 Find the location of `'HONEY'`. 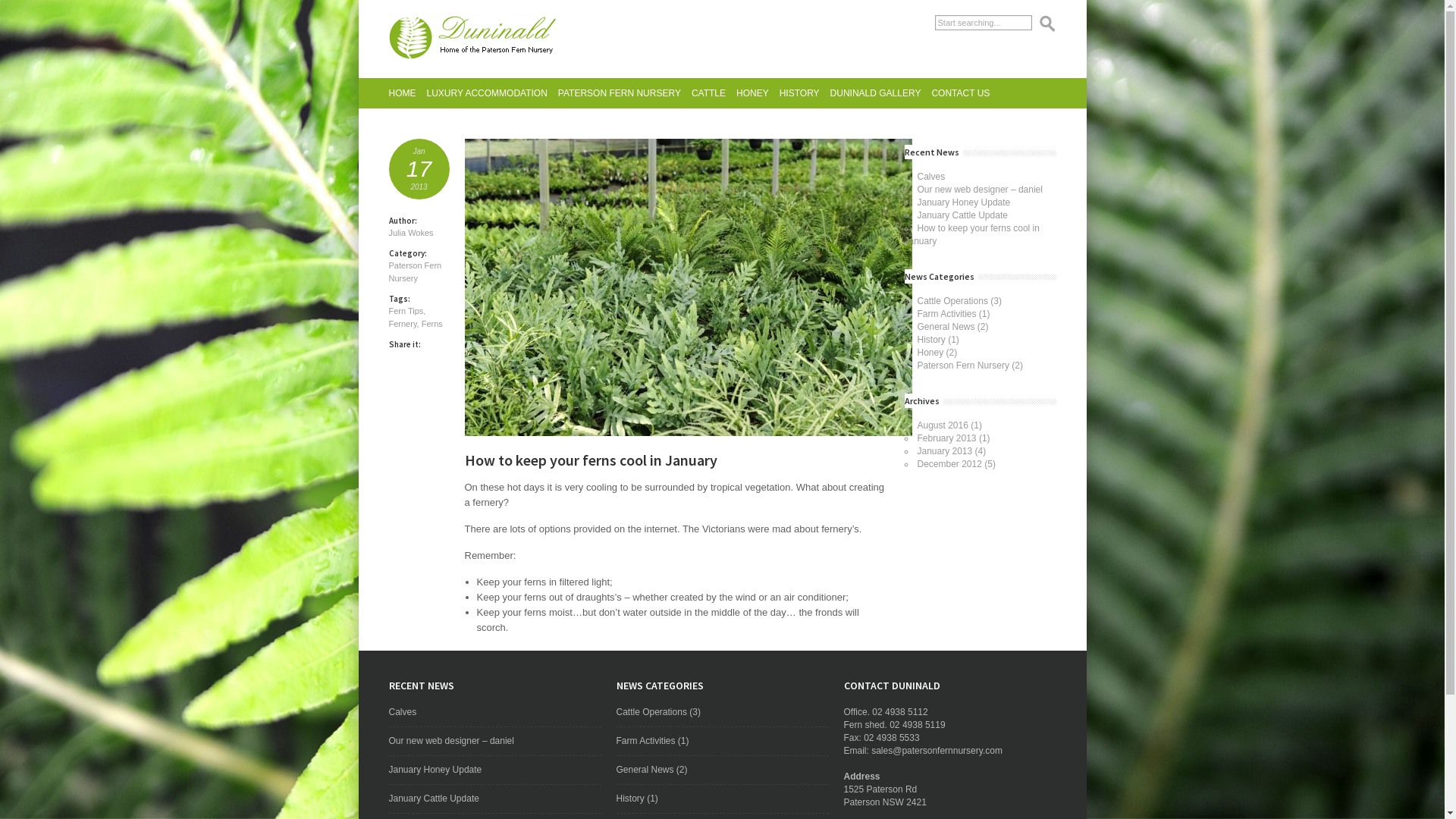

'HONEY' is located at coordinates (752, 93).